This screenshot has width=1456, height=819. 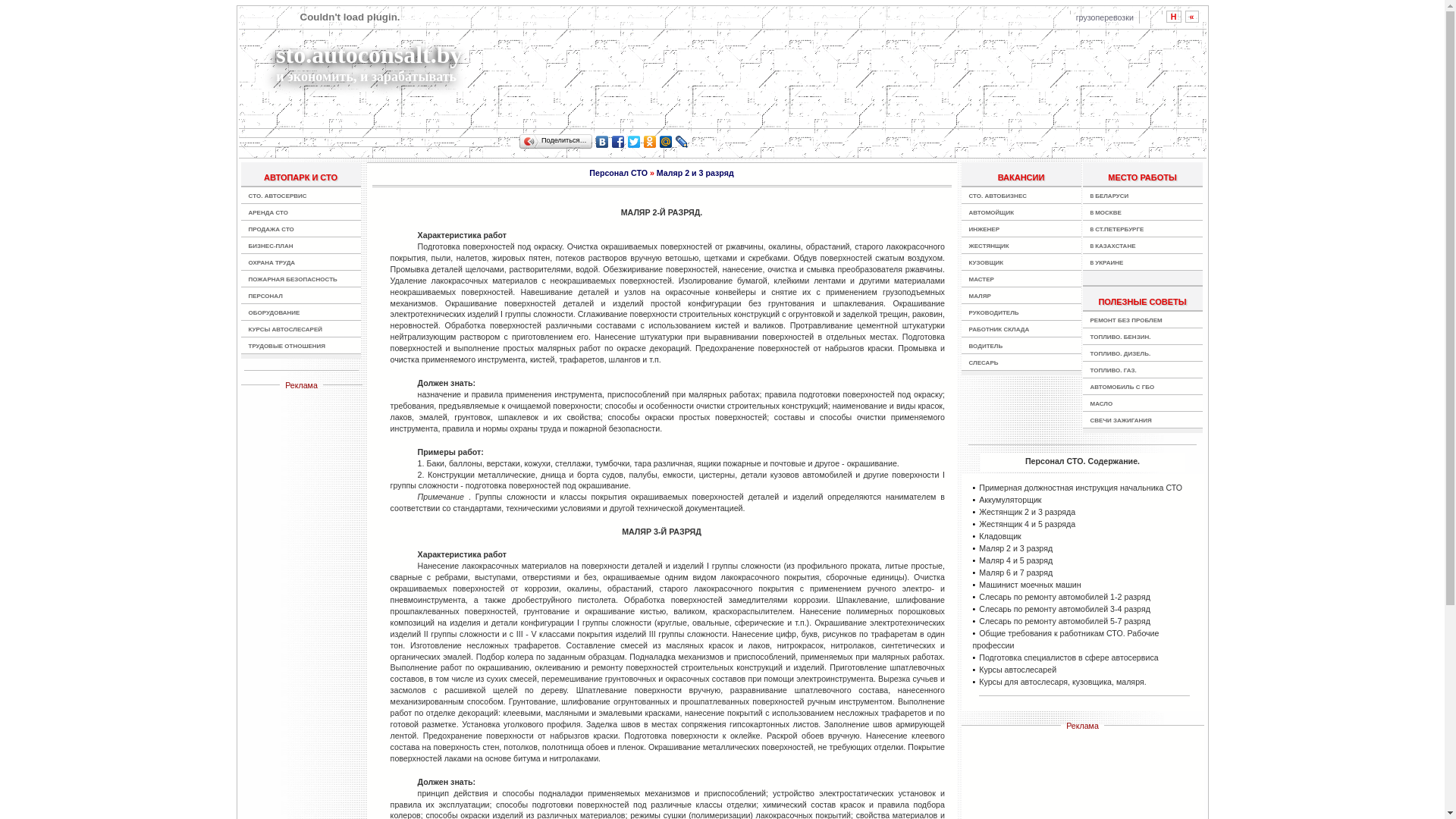 What do you see at coordinates (618, 141) in the screenshot?
I see `'Facebook'` at bounding box center [618, 141].